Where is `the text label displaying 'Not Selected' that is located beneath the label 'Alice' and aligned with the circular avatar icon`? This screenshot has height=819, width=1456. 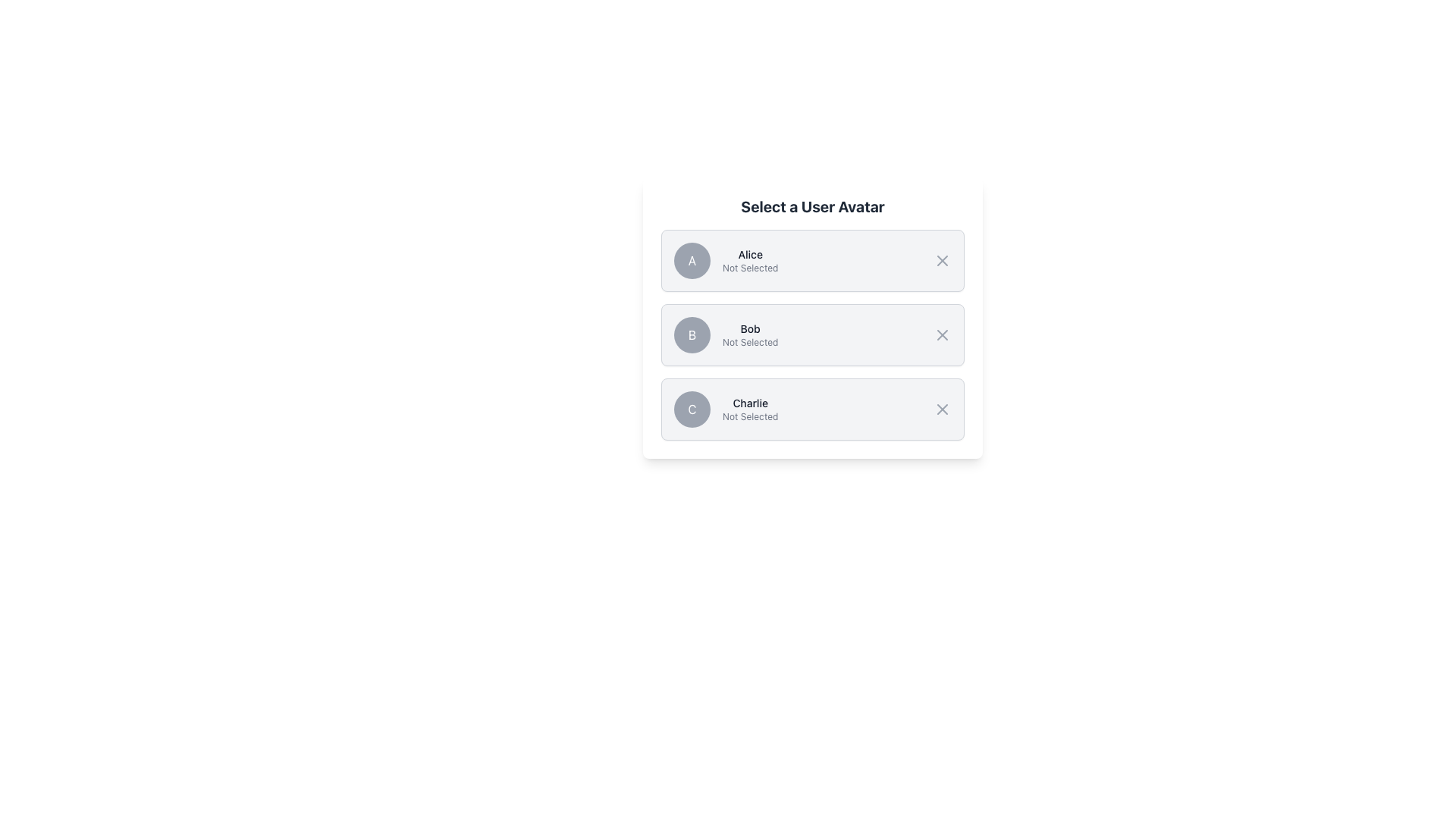
the text label displaying 'Not Selected' that is located beneath the label 'Alice' and aligned with the circular avatar icon is located at coordinates (750, 268).